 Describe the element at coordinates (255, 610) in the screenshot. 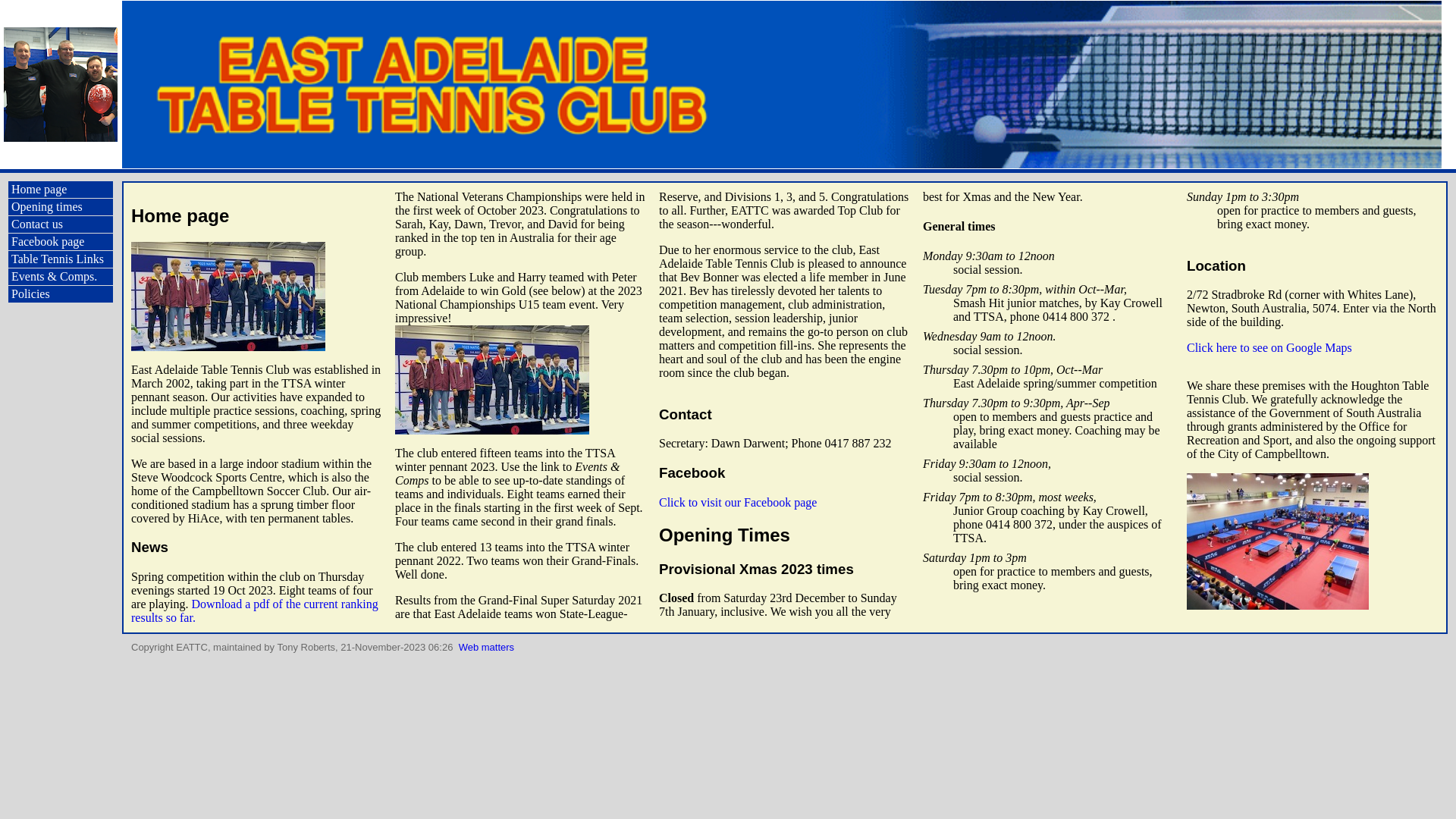

I see `'Download a pdf of the current ranking results so far.'` at that location.